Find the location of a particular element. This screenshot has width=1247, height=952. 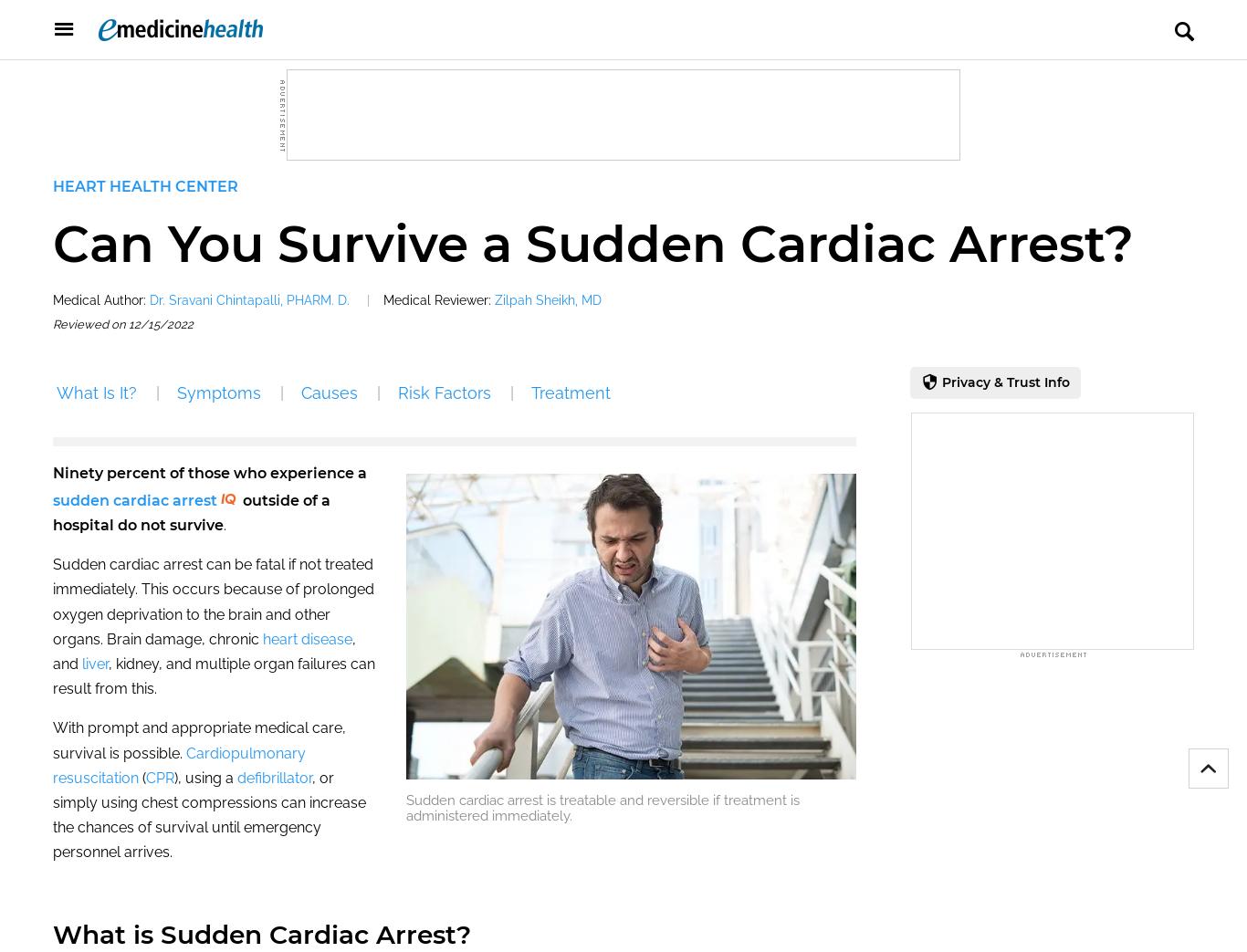

'outside of a hospital do not survive' is located at coordinates (190, 512).